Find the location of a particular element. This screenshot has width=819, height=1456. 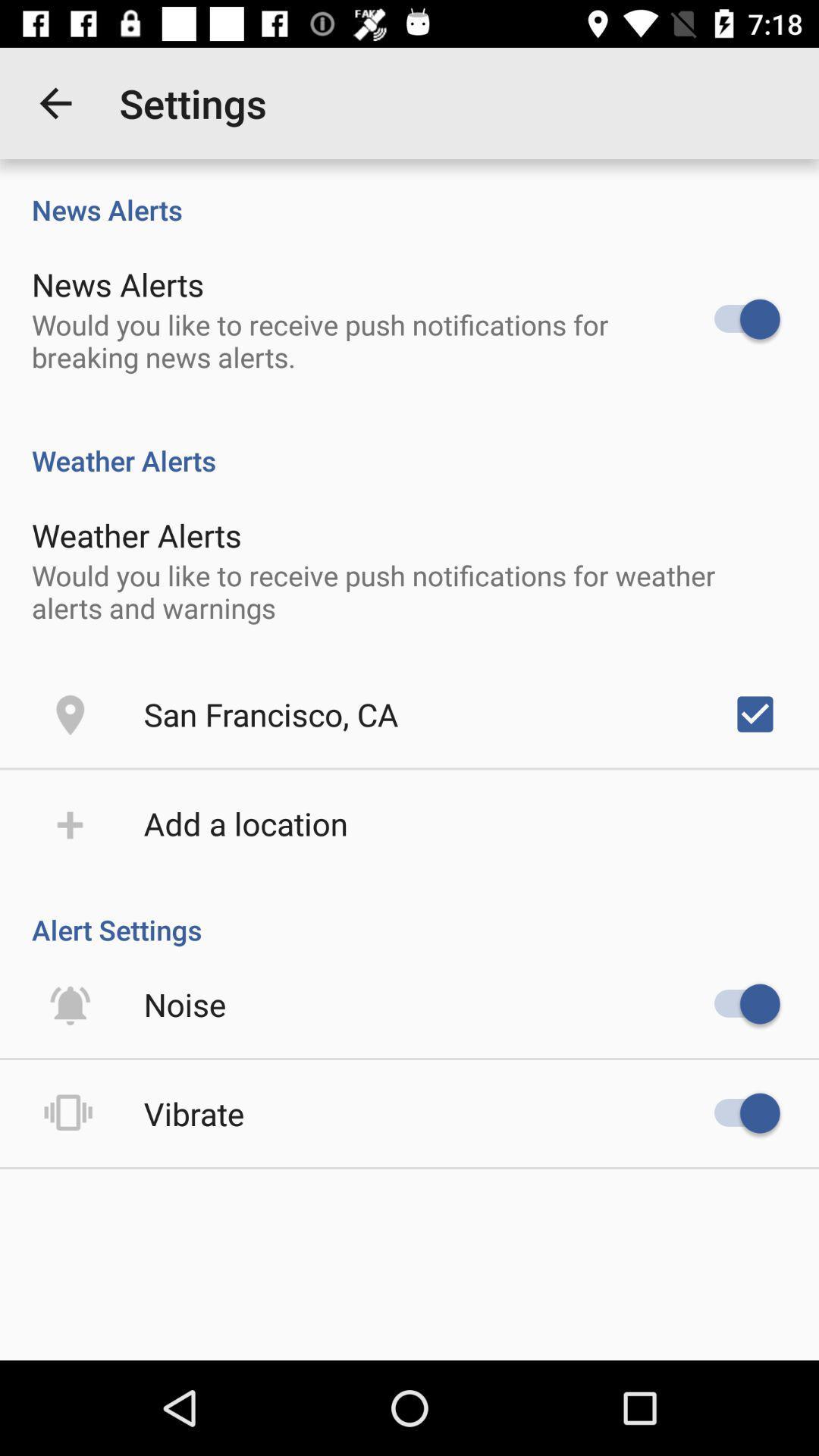

item next to the san francisco, ca is located at coordinates (755, 713).